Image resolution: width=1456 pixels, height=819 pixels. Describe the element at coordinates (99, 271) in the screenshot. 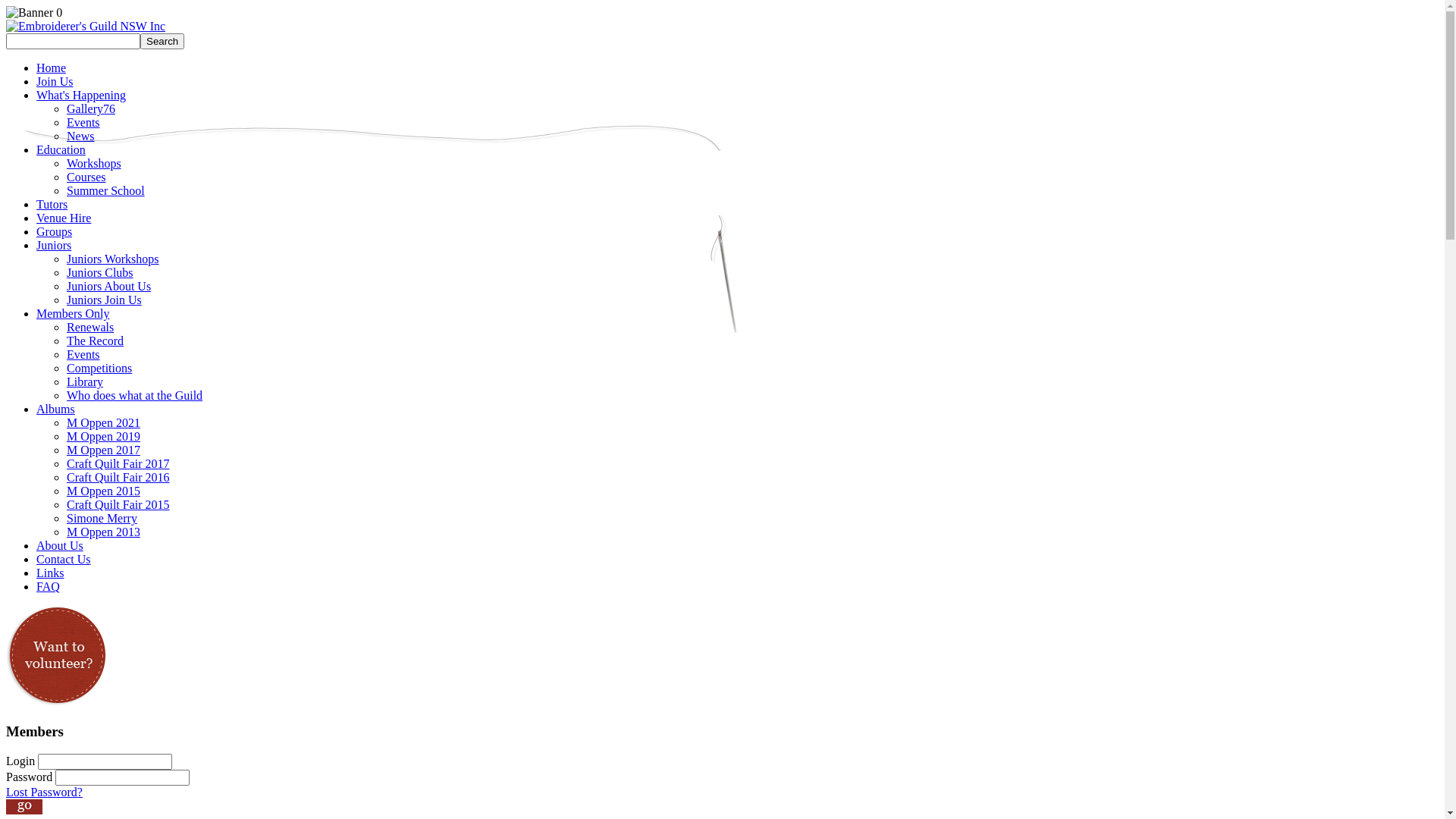

I see `'Juniors Clubs'` at that location.